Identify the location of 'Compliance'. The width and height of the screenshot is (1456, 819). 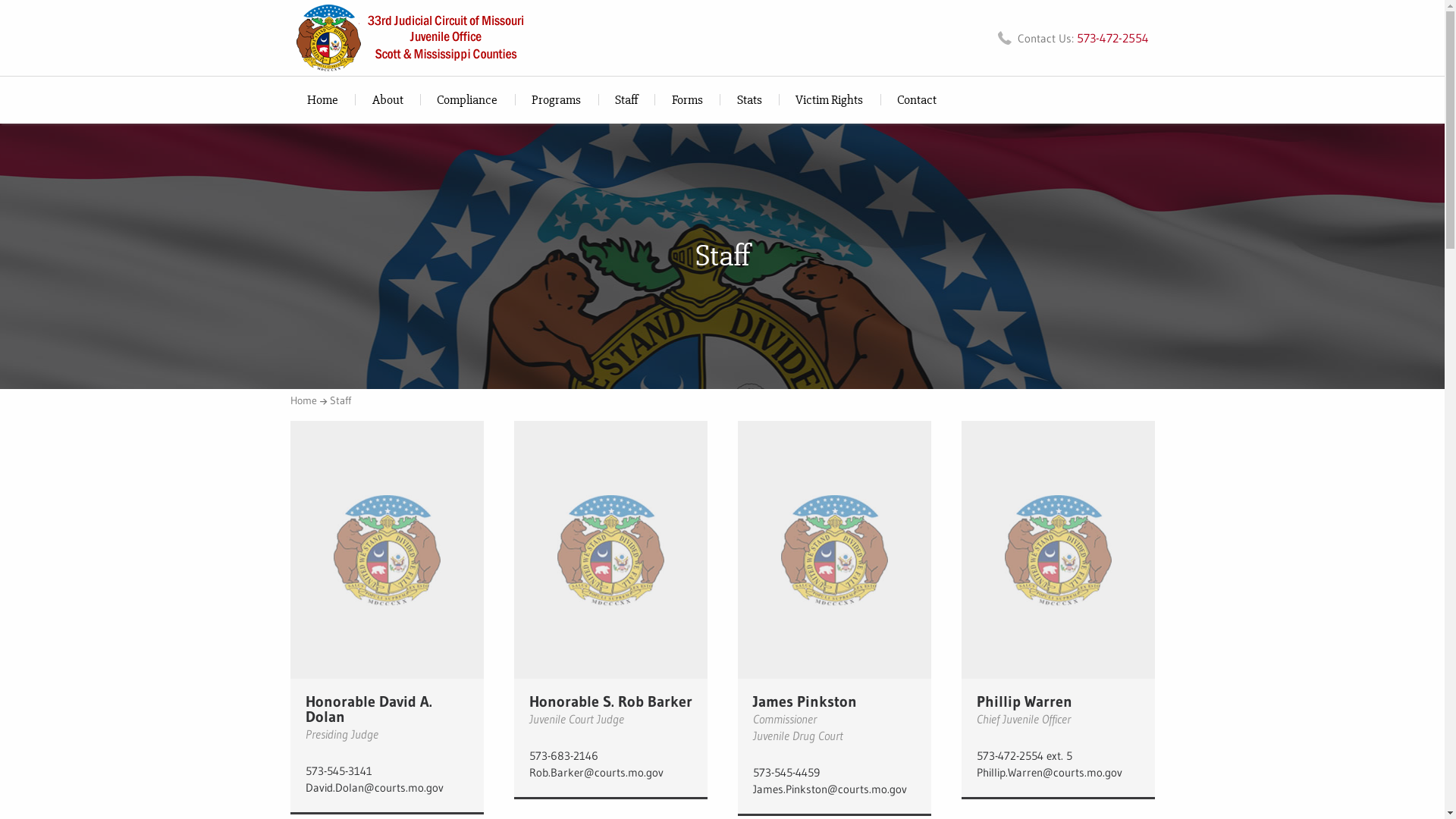
(466, 99).